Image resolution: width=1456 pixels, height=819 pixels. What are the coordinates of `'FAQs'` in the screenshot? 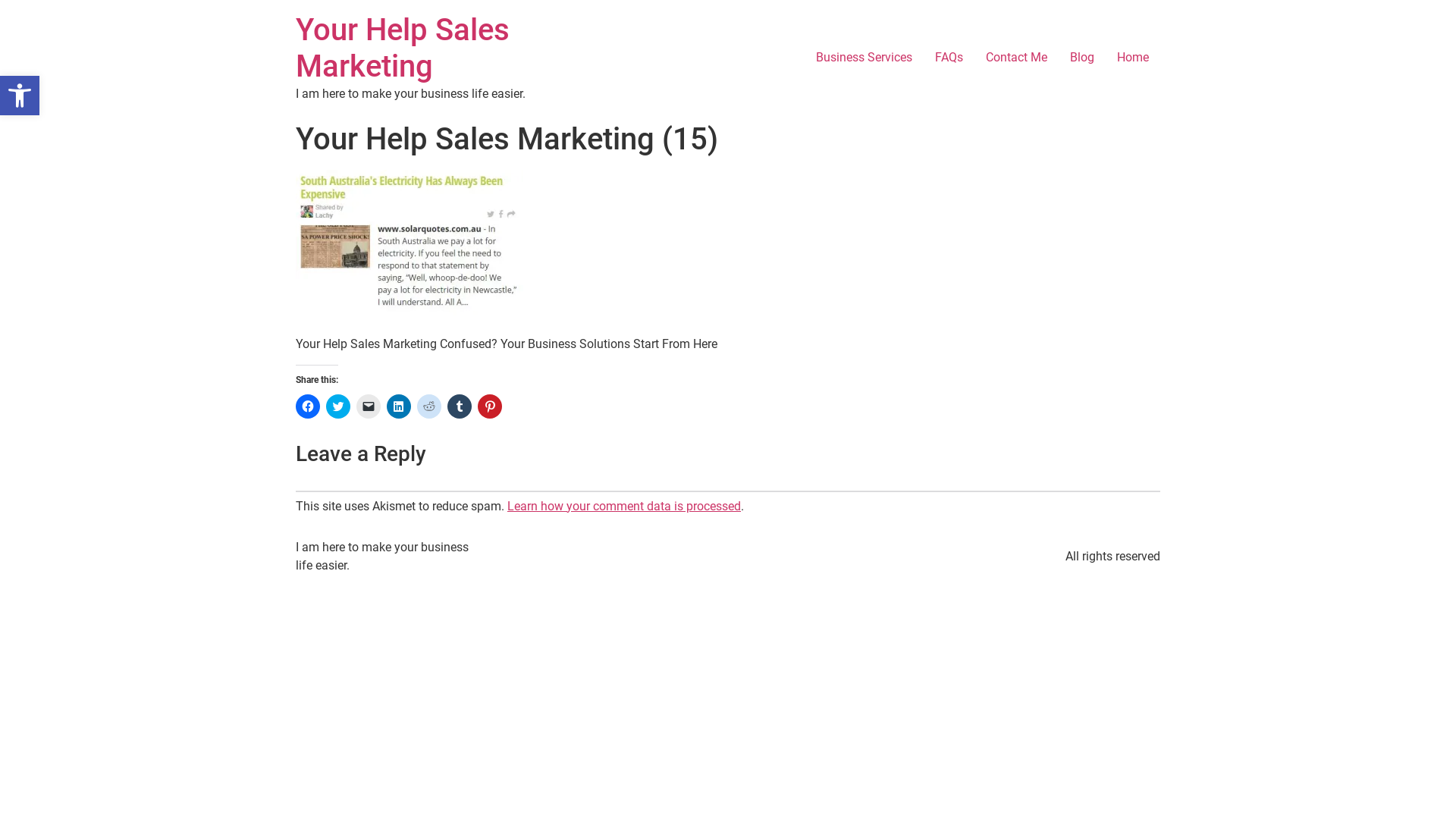 It's located at (948, 57).